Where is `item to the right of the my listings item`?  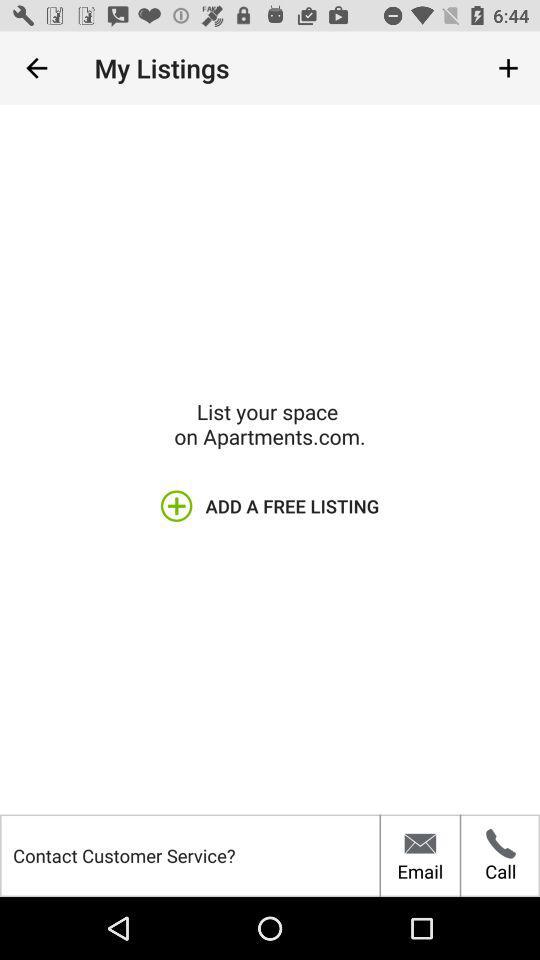 item to the right of the my listings item is located at coordinates (508, 68).